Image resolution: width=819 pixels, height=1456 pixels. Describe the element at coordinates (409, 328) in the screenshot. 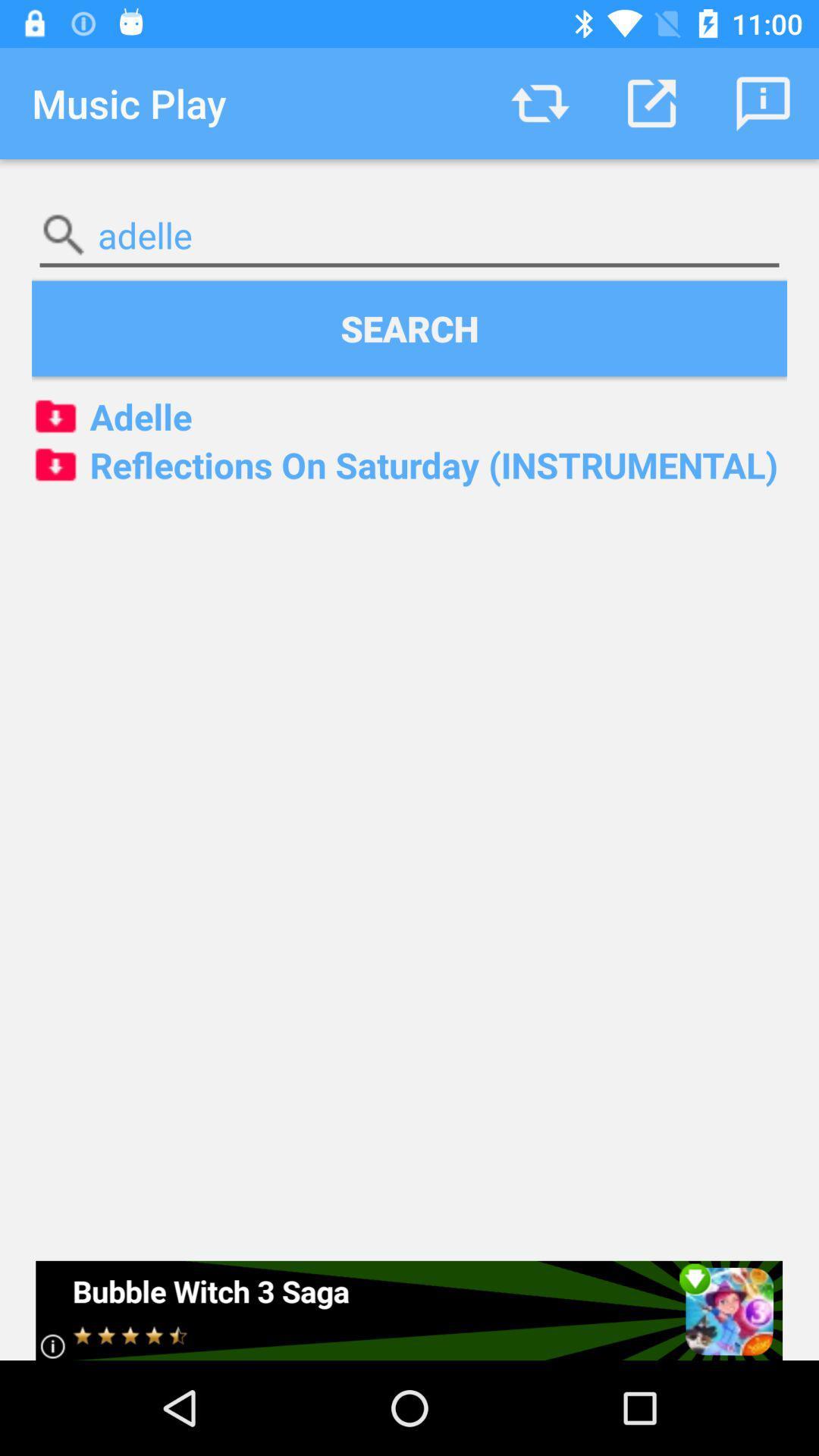

I see `search` at that location.